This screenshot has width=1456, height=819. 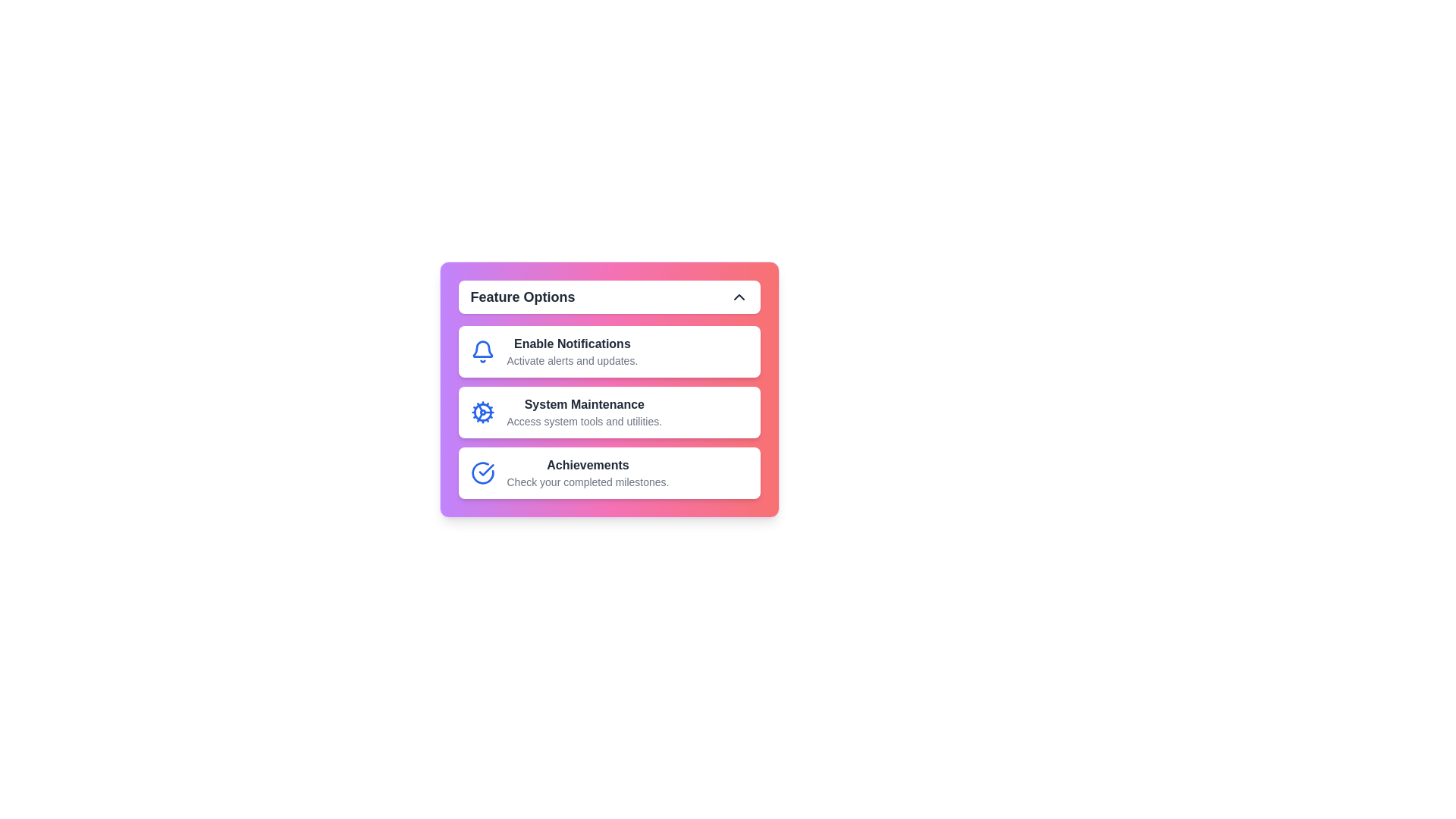 What do you see at coordinates (609, 472) in the screenshot?
I see `the feature item Achievements` at bounding box center [609, 472].